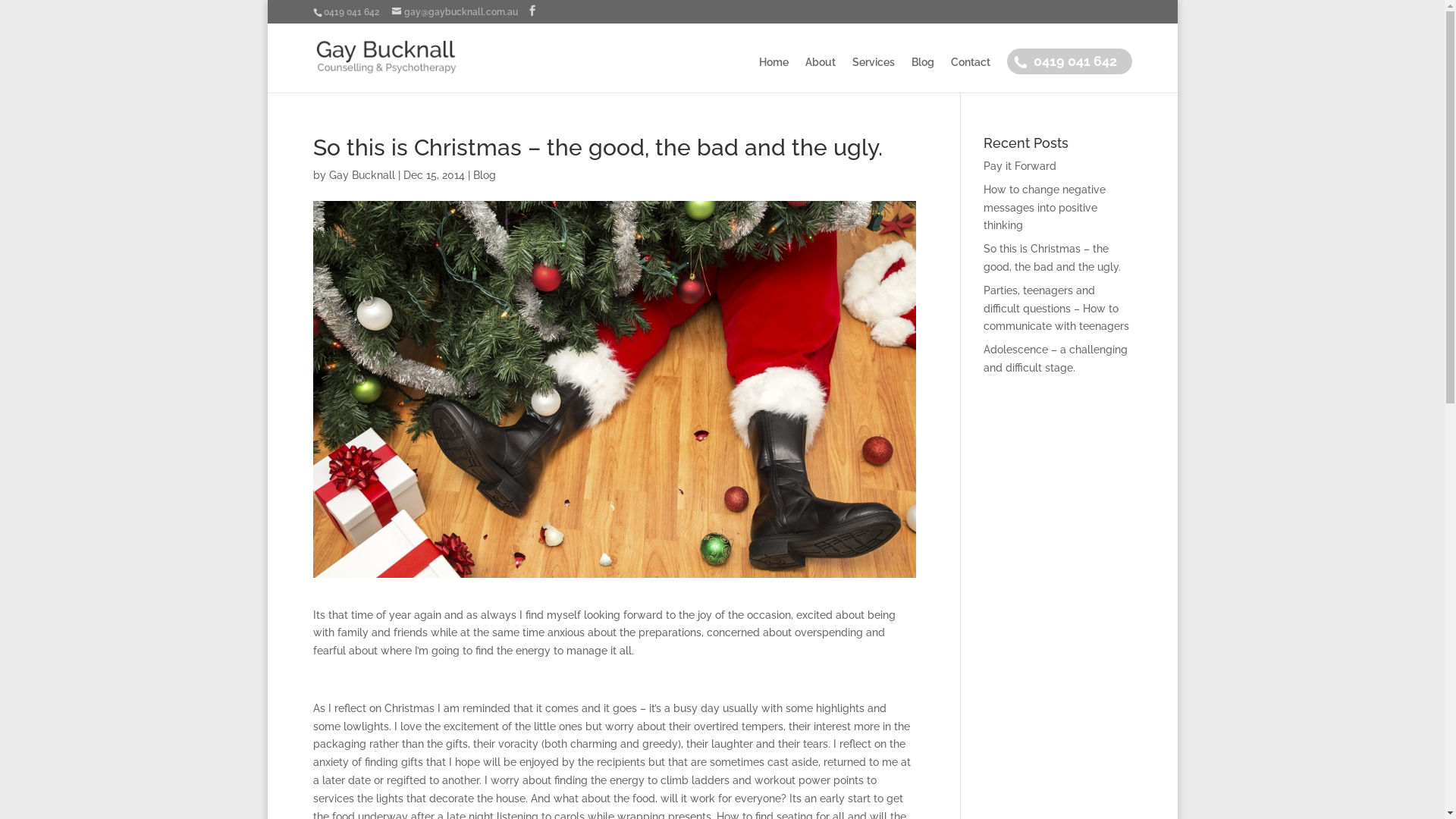 The height and width of the screenshot is (819, 1456). What do you see at coordinates (971, 74) in the screenshot?
I see `'Contact'` at bounding box center [971, 74].